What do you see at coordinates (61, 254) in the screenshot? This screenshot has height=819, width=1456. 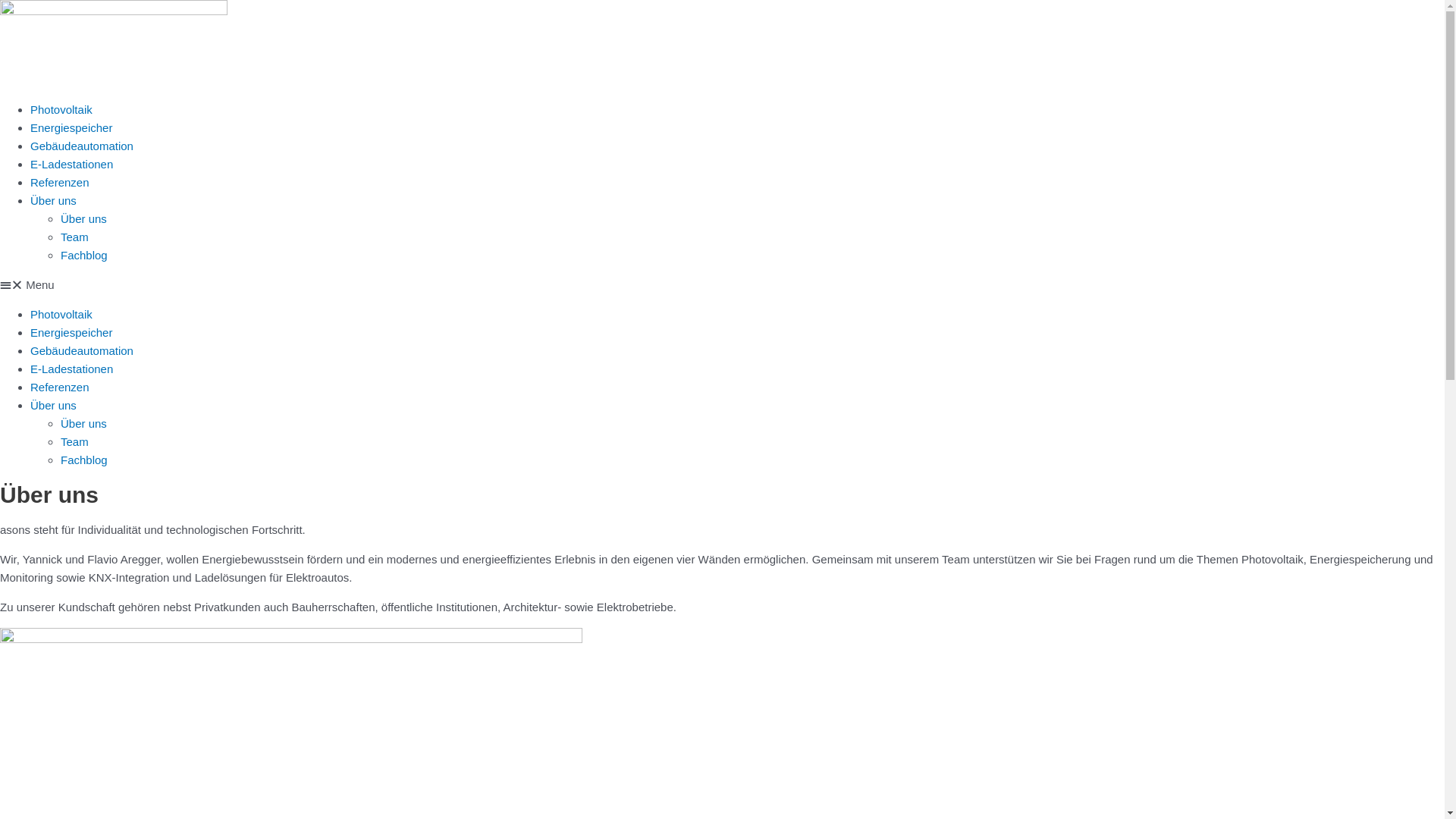 I see `'Fachblog'` at bounding box center [61, 254].